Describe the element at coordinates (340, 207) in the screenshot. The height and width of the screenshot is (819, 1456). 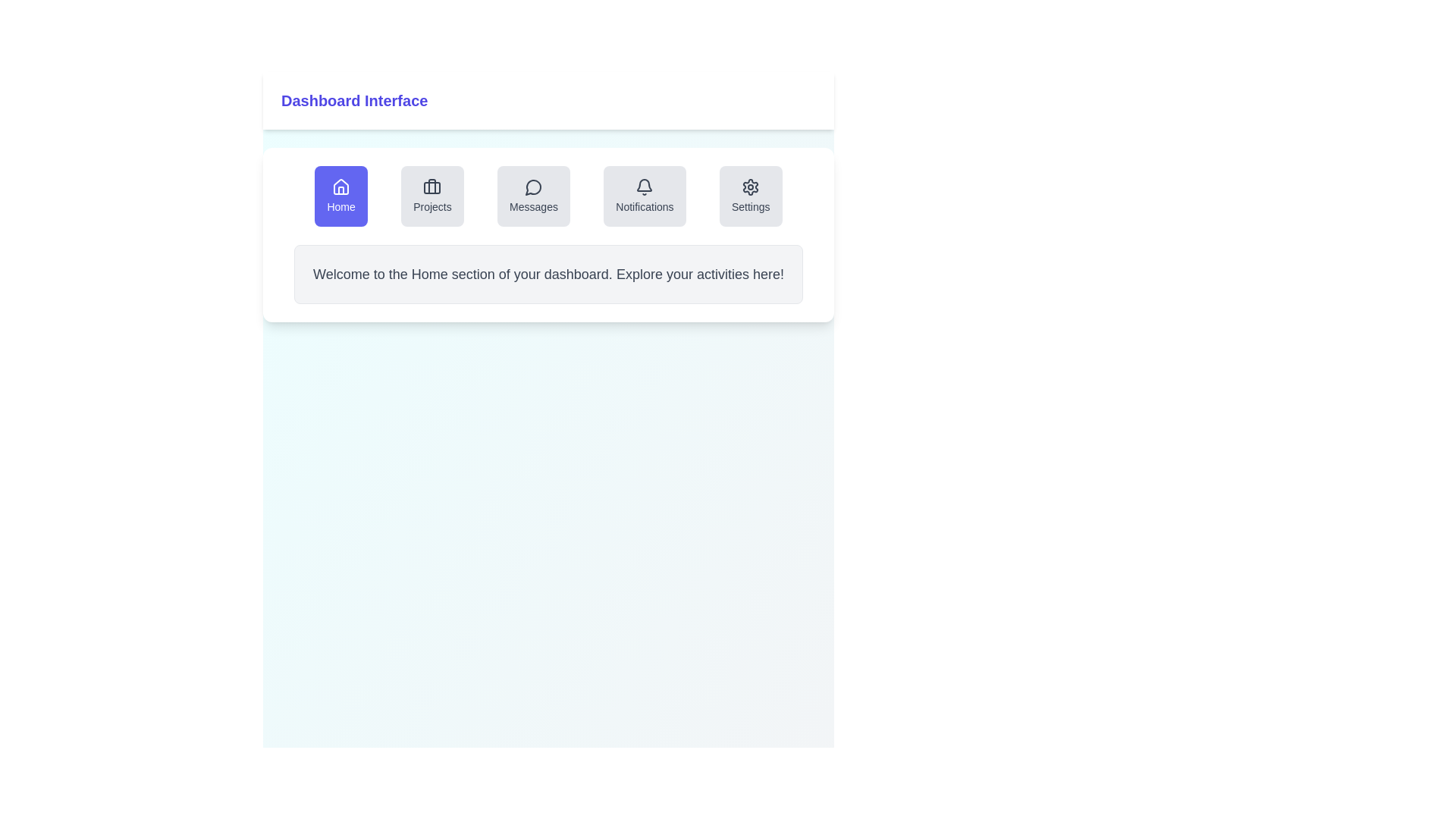
I see `the 'Home' navigation button text label, which indicates it leads to the homepage or dashboard section of the interface` at that location.